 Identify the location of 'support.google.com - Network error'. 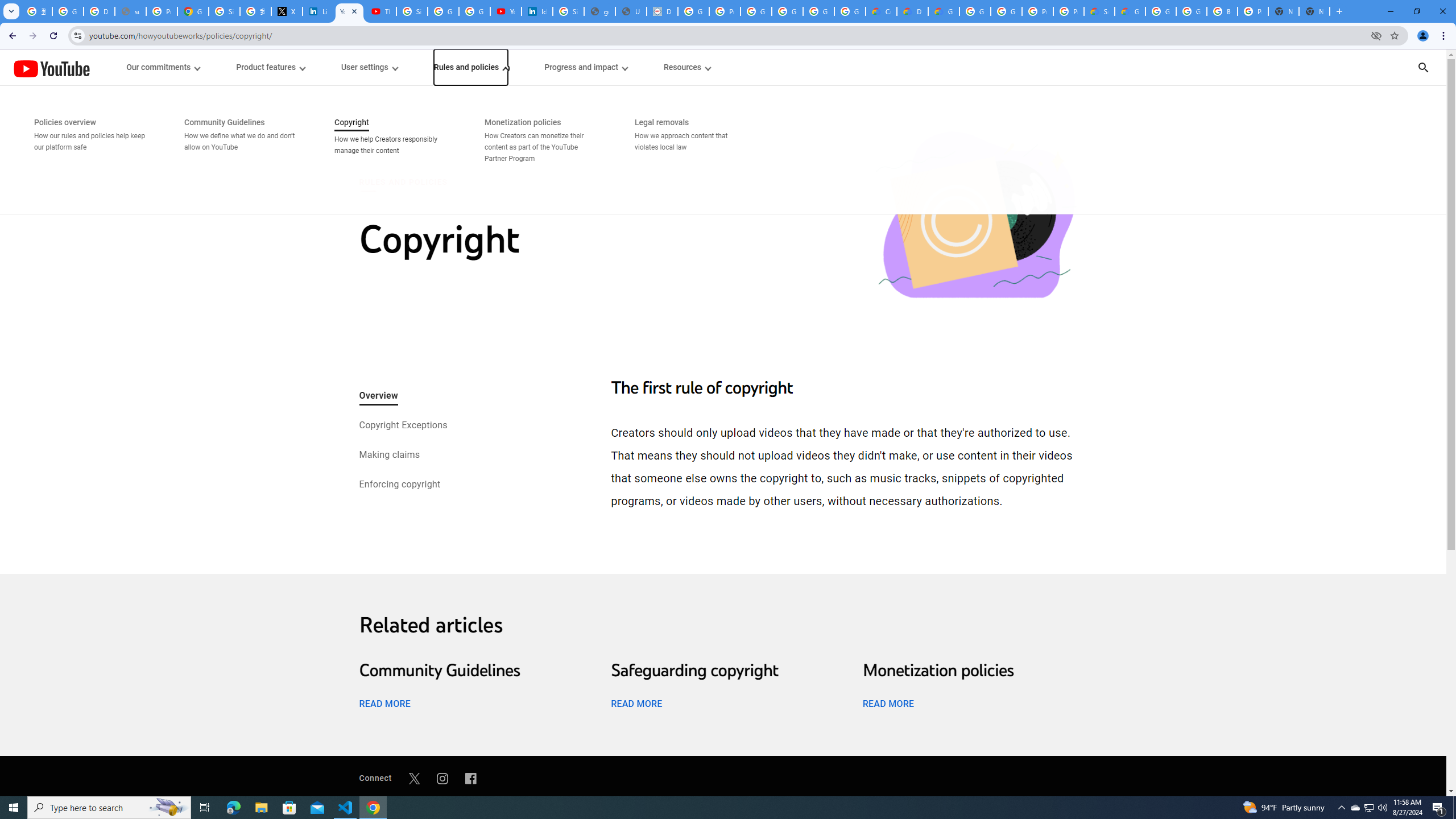
(130, 11).